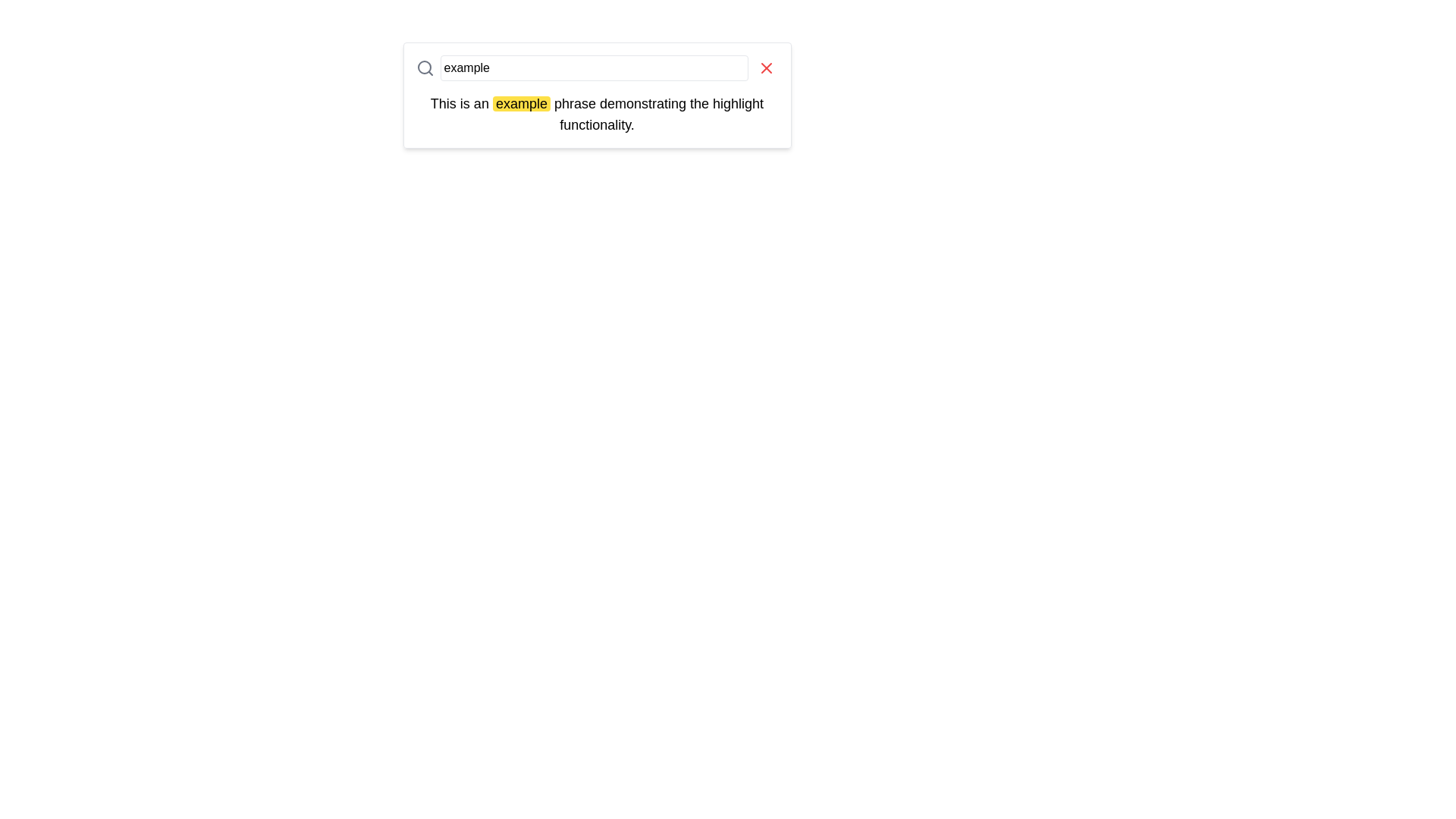 The width and height of the screenshot is (1456, 819). I want to click on SVG Circle element representing the magnifying glass icon located near the left side of the search text box by opening the developer tools, so click(424, 66).